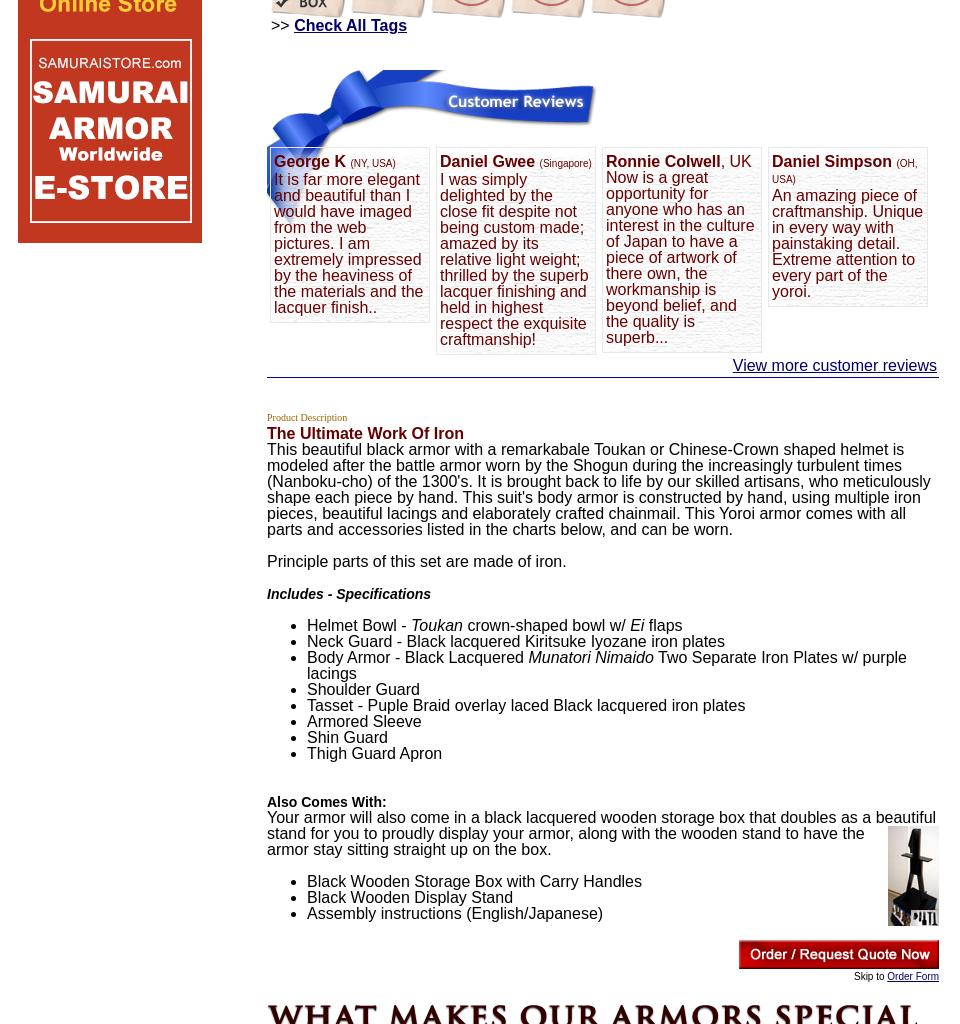  I want to click on 'Principle parts of this set are made of iron.', so click(265, 560).